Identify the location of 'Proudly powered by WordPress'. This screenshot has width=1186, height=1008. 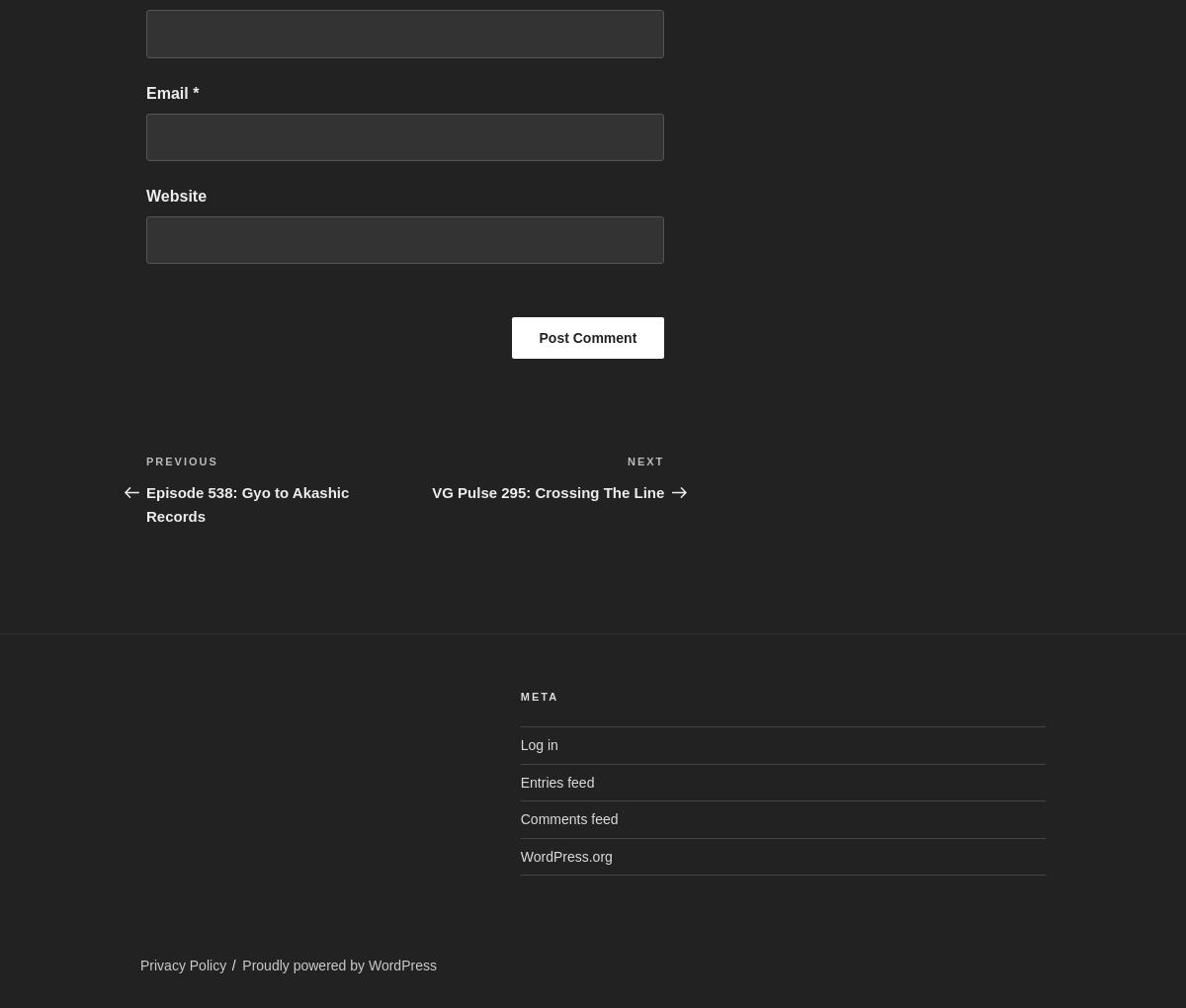
(338, 964).